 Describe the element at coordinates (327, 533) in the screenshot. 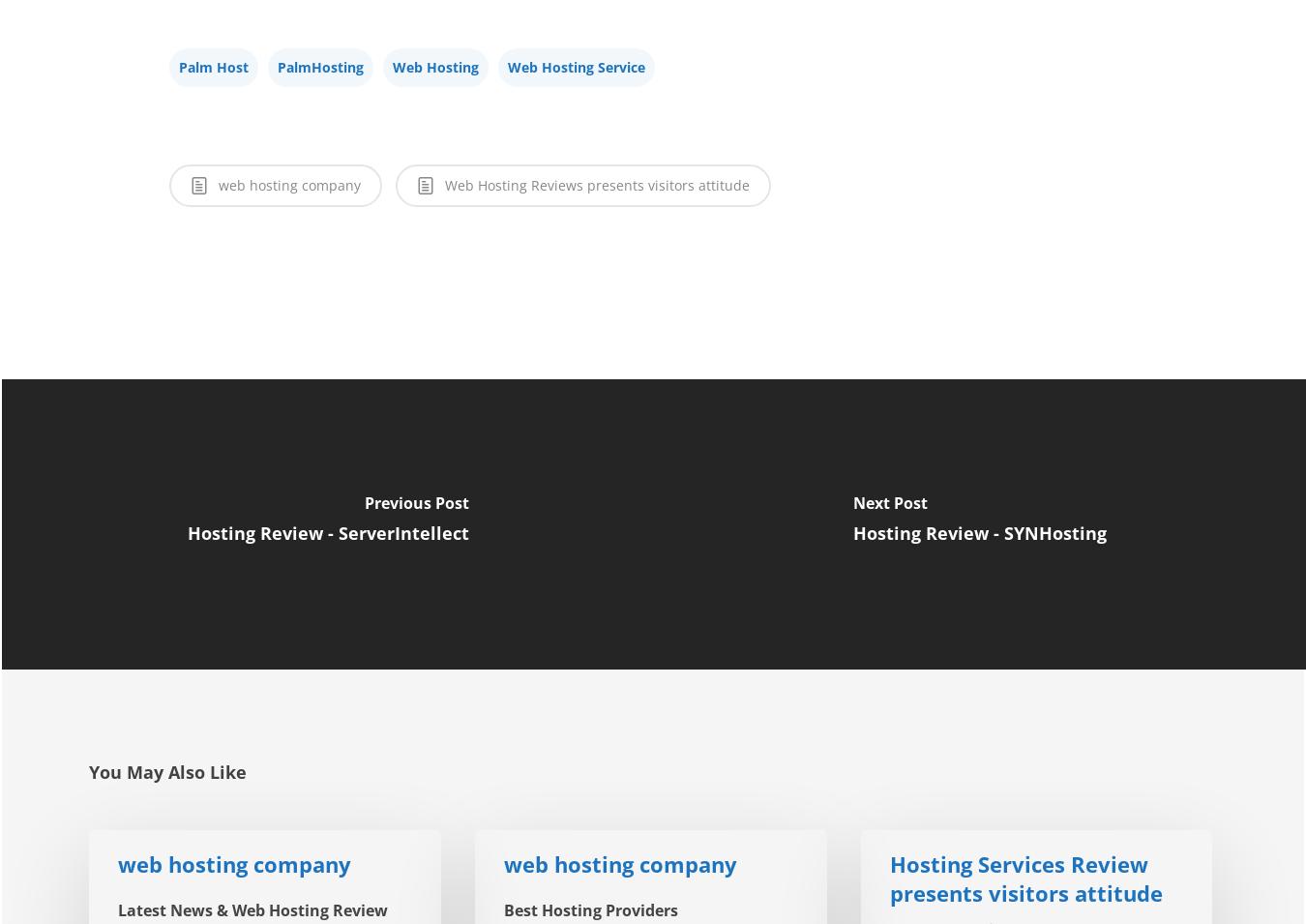

I see `'Hosting Review - ServerIntellect'` at that location.